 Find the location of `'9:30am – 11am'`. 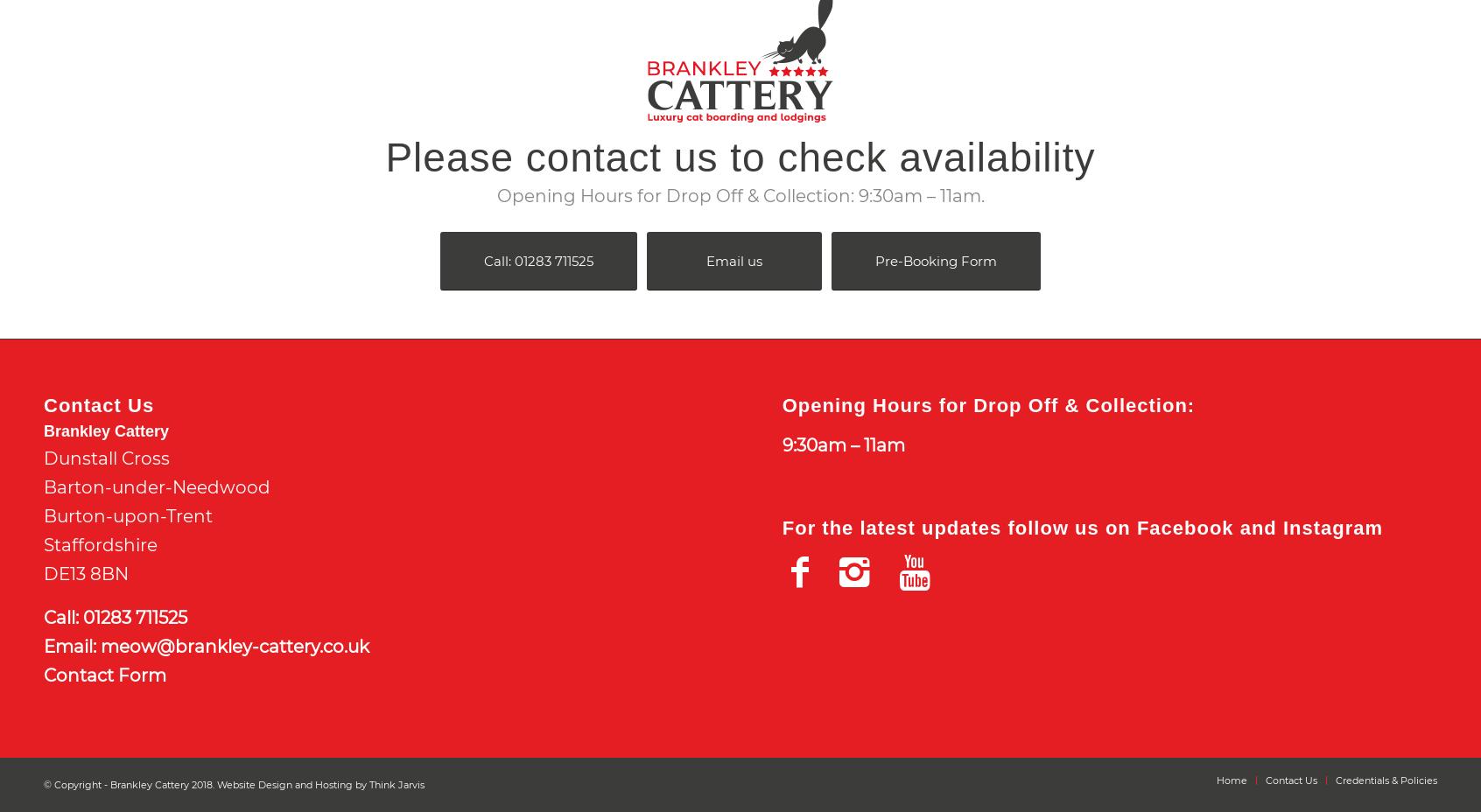

'9:30am – 11am' is located at coordinates (842, 444).